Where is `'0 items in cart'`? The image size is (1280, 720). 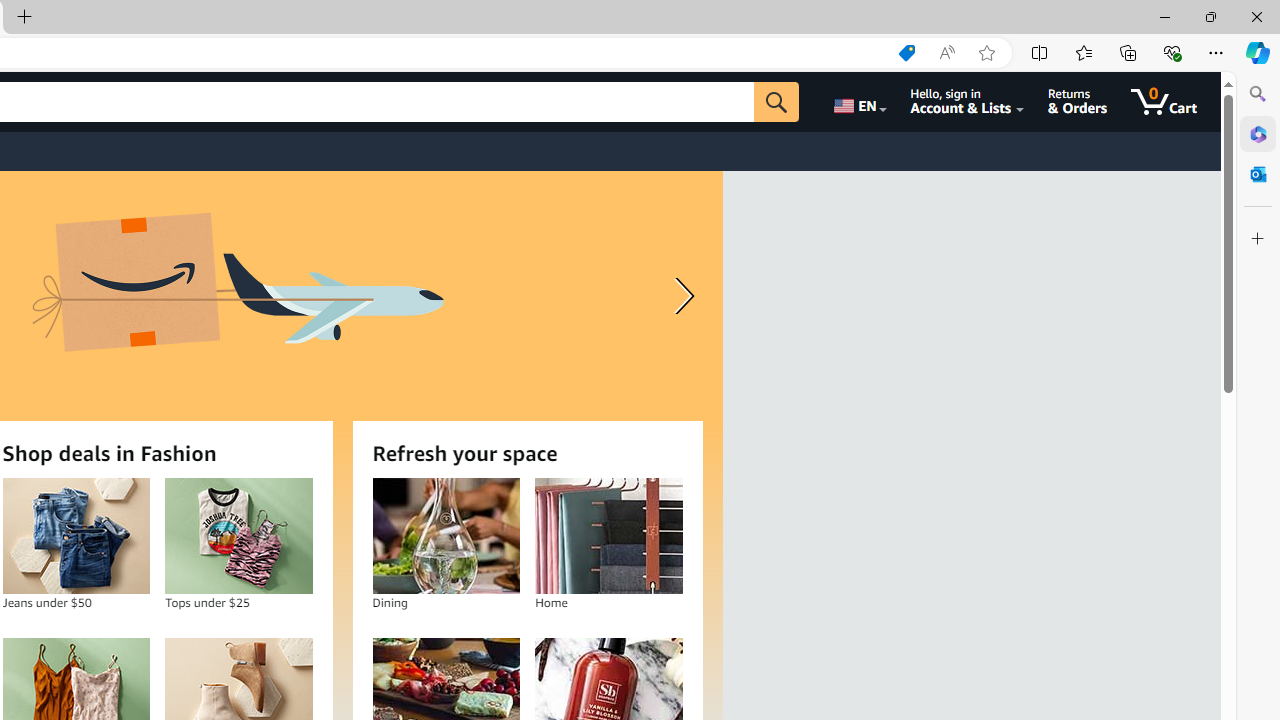
'0 items in cart' is located at coordinates (1164, 101).